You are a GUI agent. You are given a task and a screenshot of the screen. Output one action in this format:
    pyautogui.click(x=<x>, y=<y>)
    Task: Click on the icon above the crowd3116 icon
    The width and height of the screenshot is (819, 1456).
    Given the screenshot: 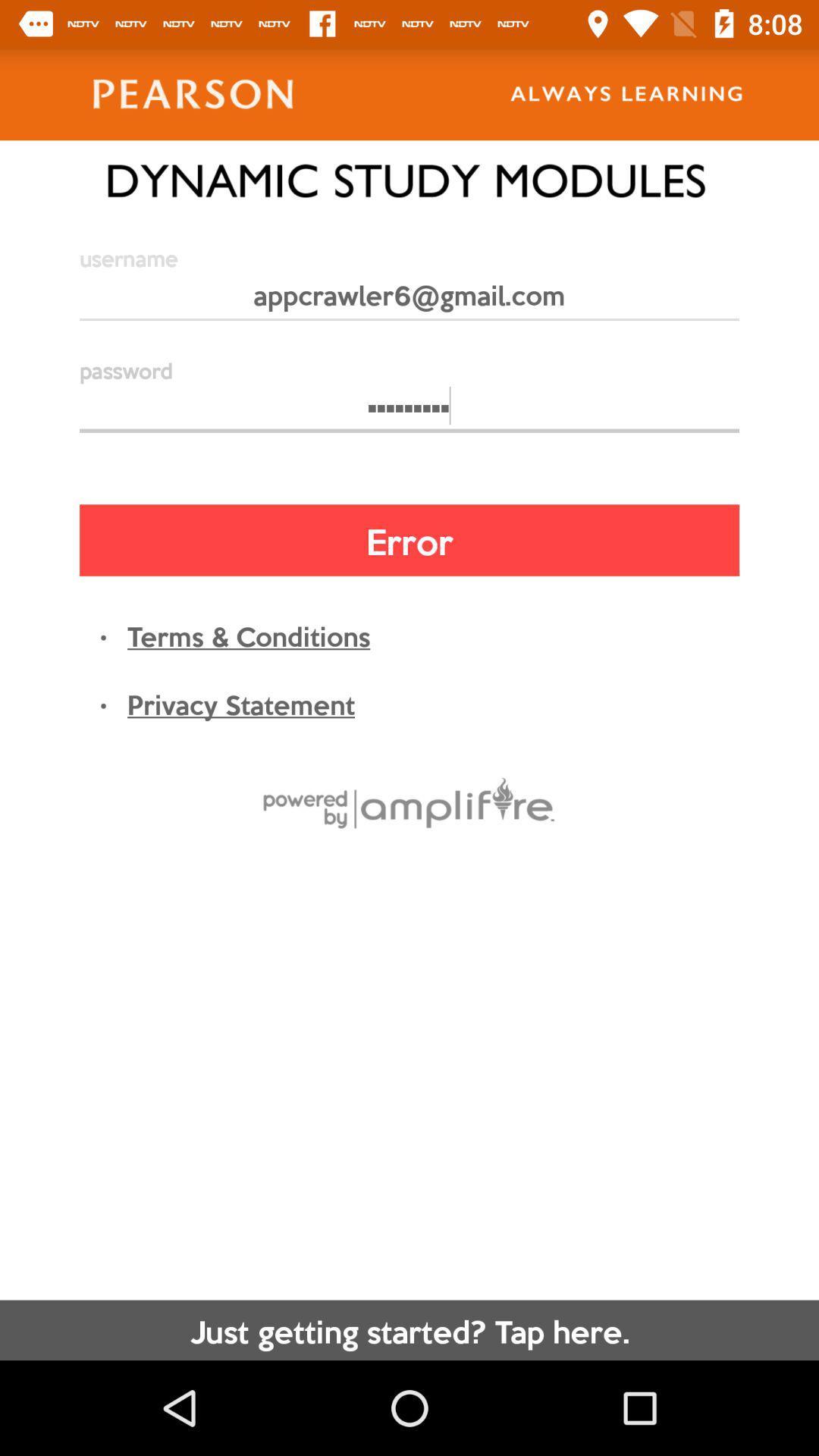 What is the action you would take?
    pyautogui.click(x=409, y=301)
    